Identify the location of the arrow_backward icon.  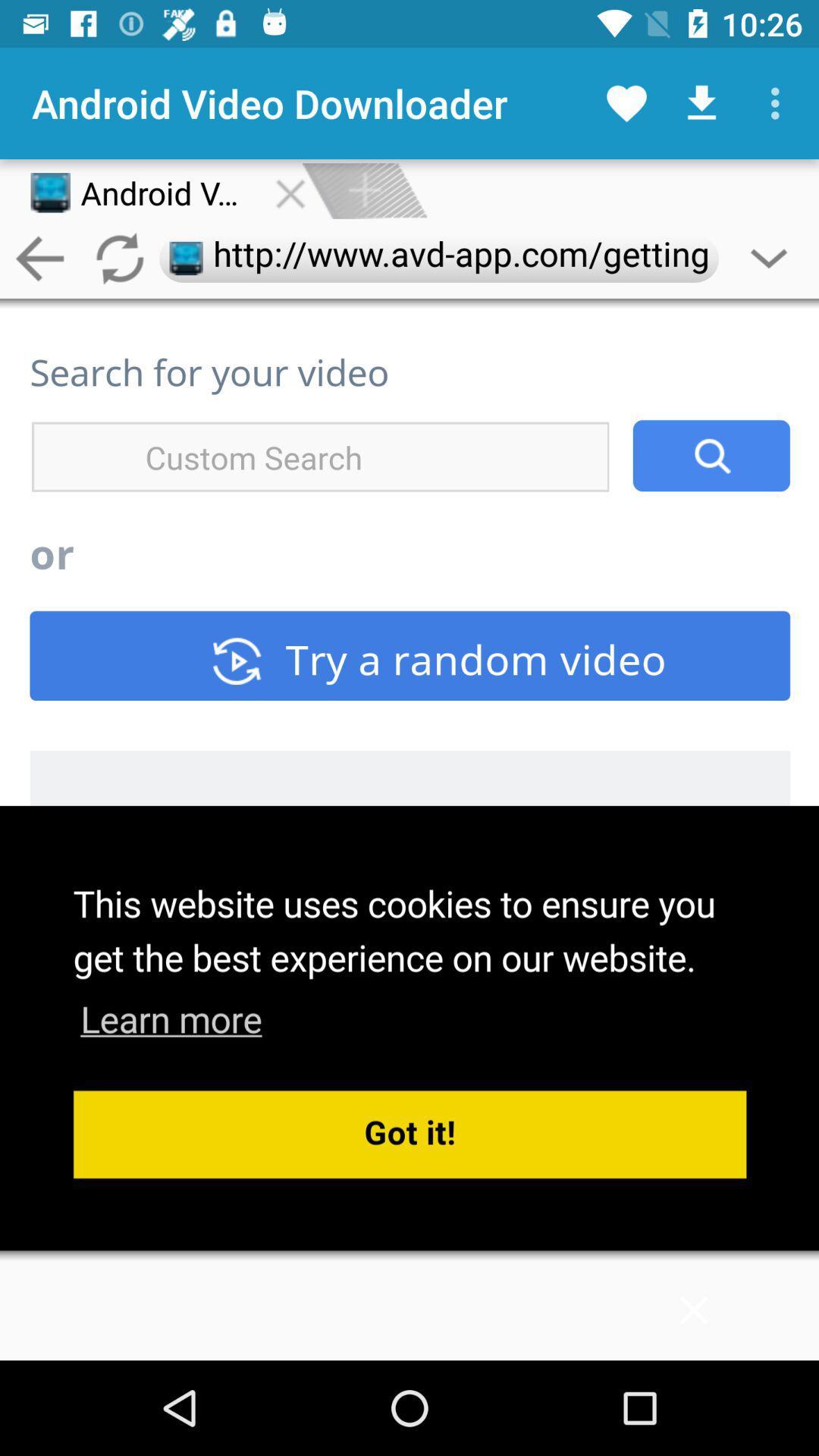
(39, 259).